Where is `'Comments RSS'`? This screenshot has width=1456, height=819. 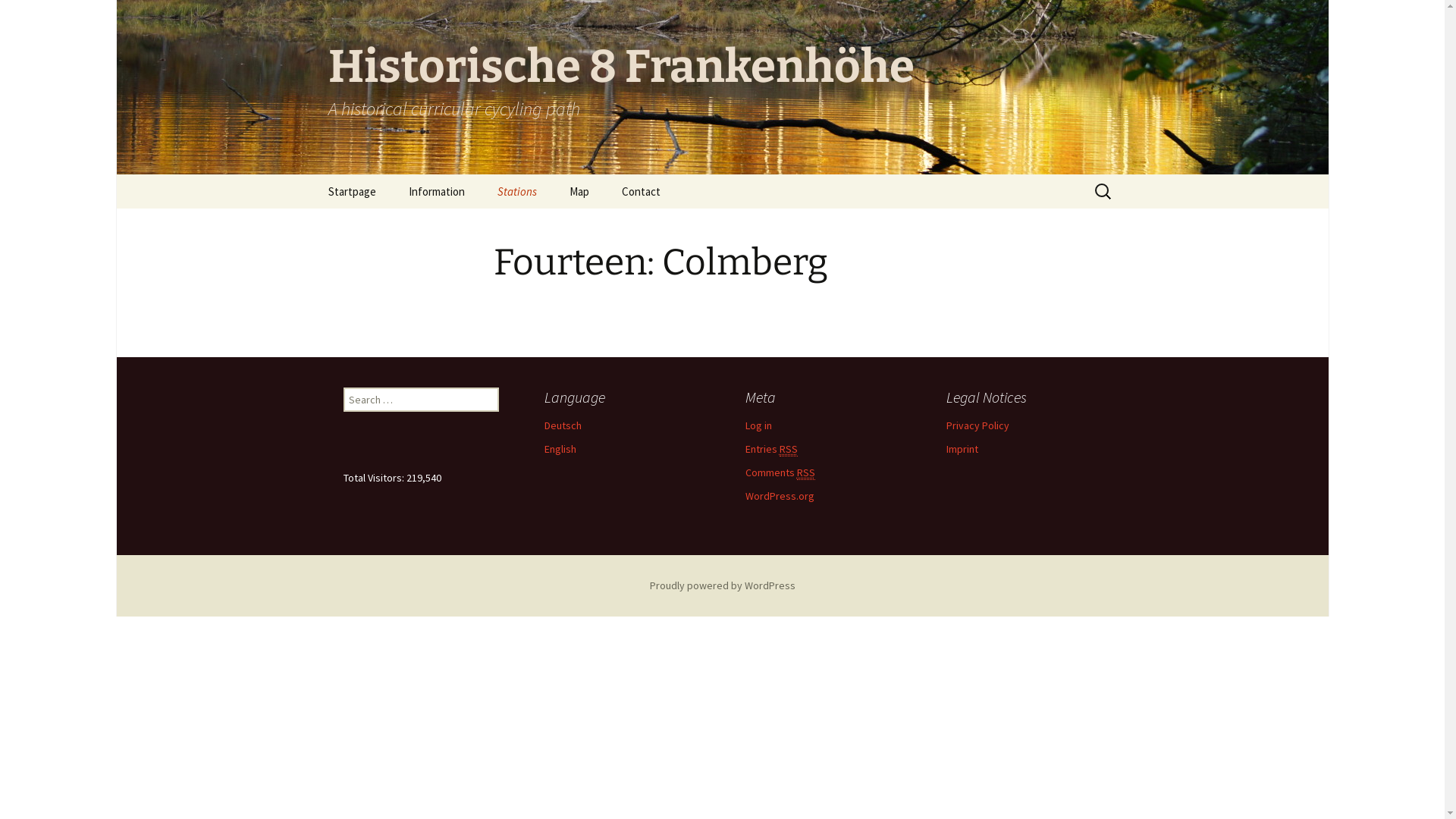
'Comments RSS' is located at coordinates (779, 472).